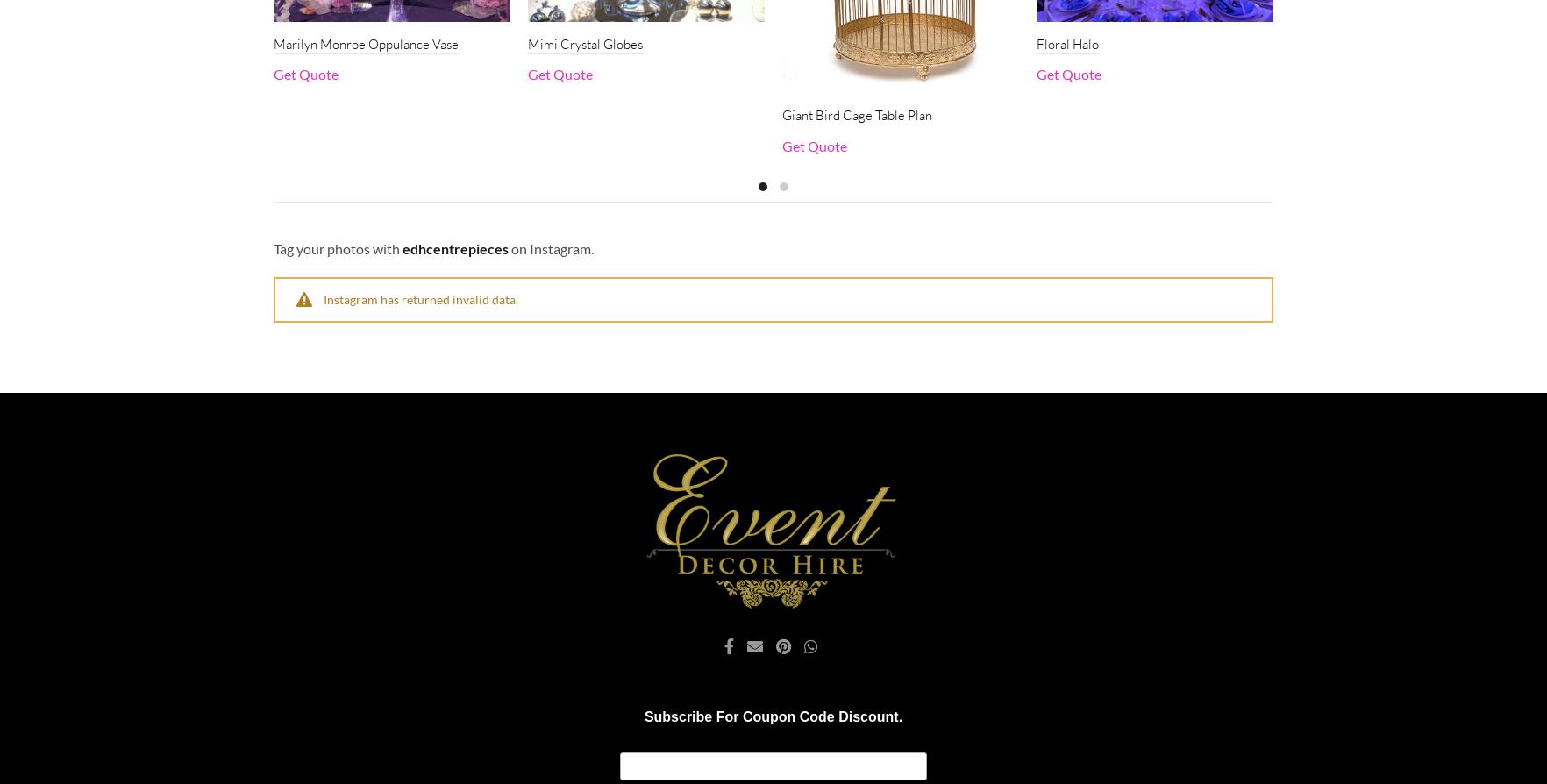  I want to click on 'Giant Bird Cage Table Plan', so click(856, 115).